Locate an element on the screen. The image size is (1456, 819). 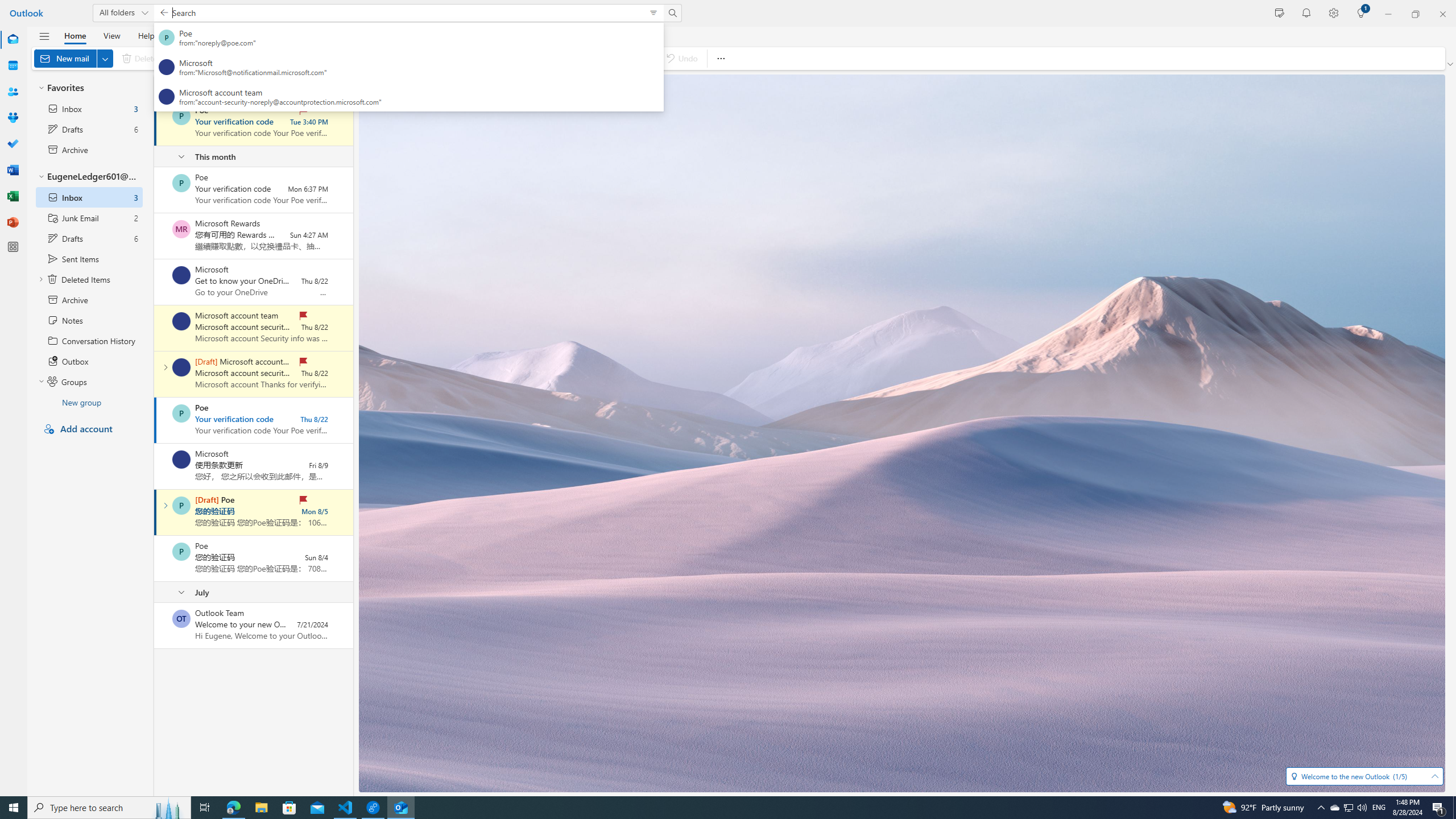
'Calendar' is located at coordinates (13, 65).